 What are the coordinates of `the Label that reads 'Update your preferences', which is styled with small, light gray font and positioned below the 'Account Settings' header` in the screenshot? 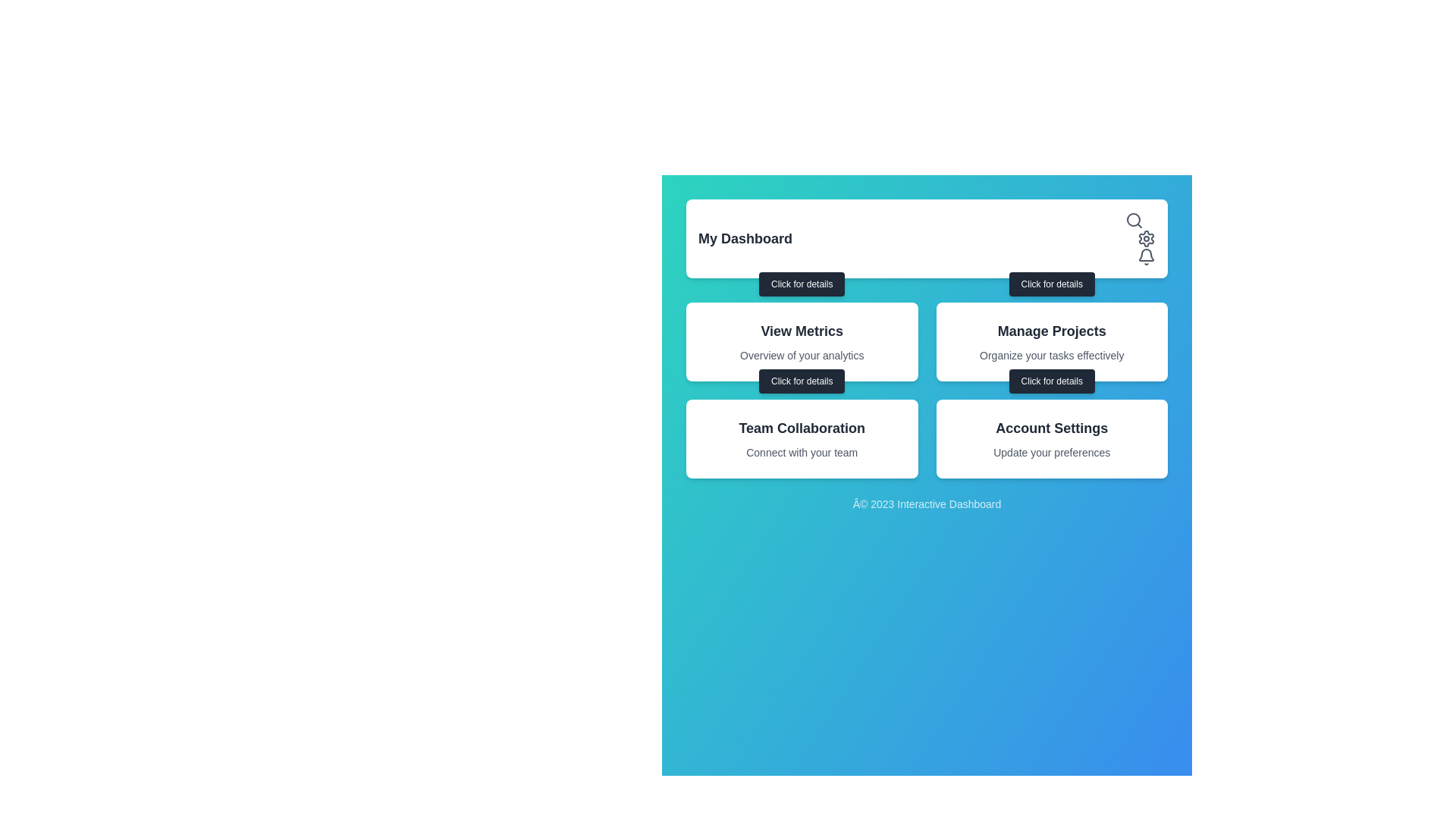 It's located at (1051, 452).